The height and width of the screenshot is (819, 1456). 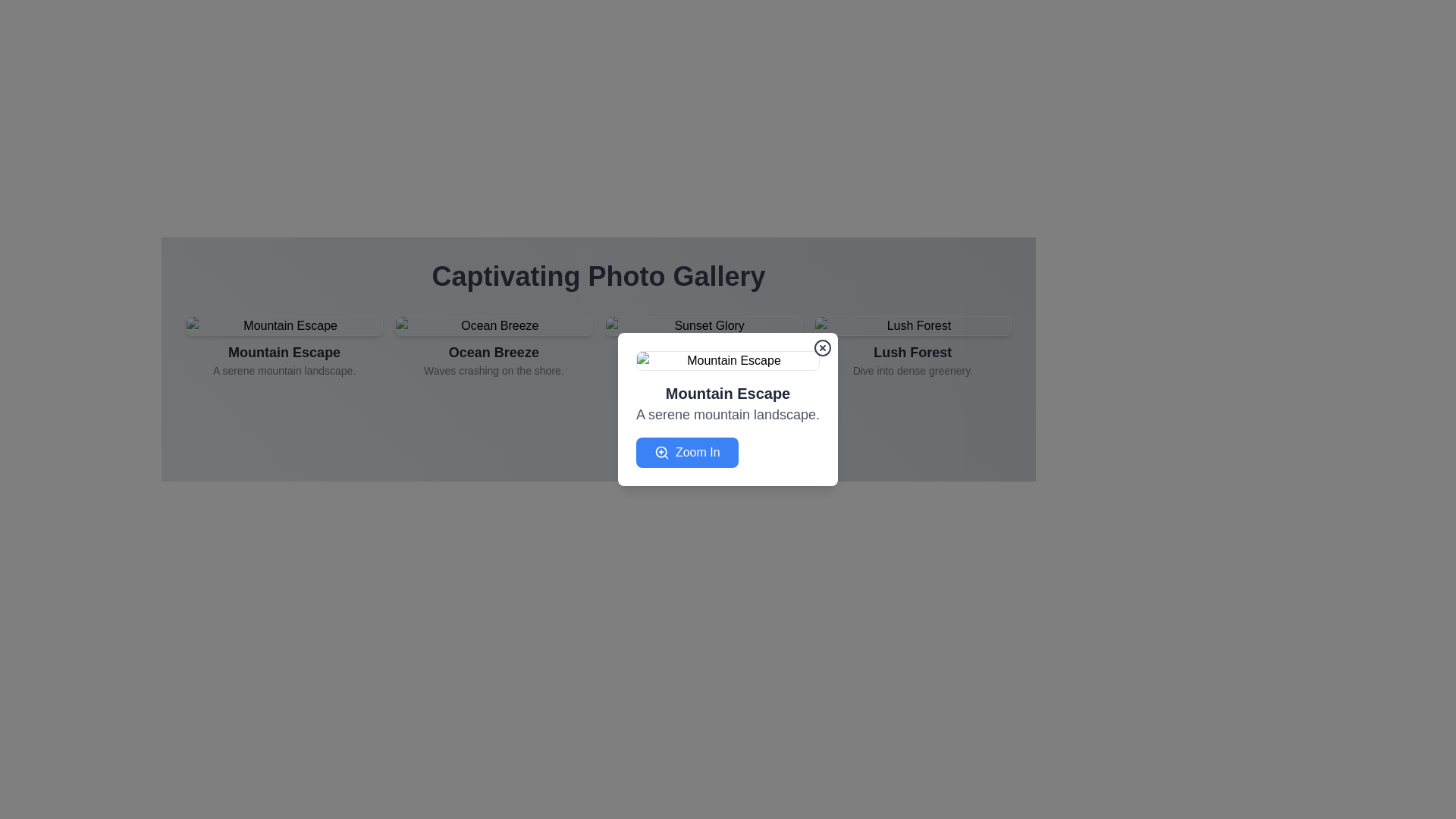 What do you see at coordinates (697, 452) in the screenshot?
I see `text 'Zoom In' located within the blue button with rounded corners at the center of the dialog box titled 'Mountain Escape'` at bounding box center [697, 452].